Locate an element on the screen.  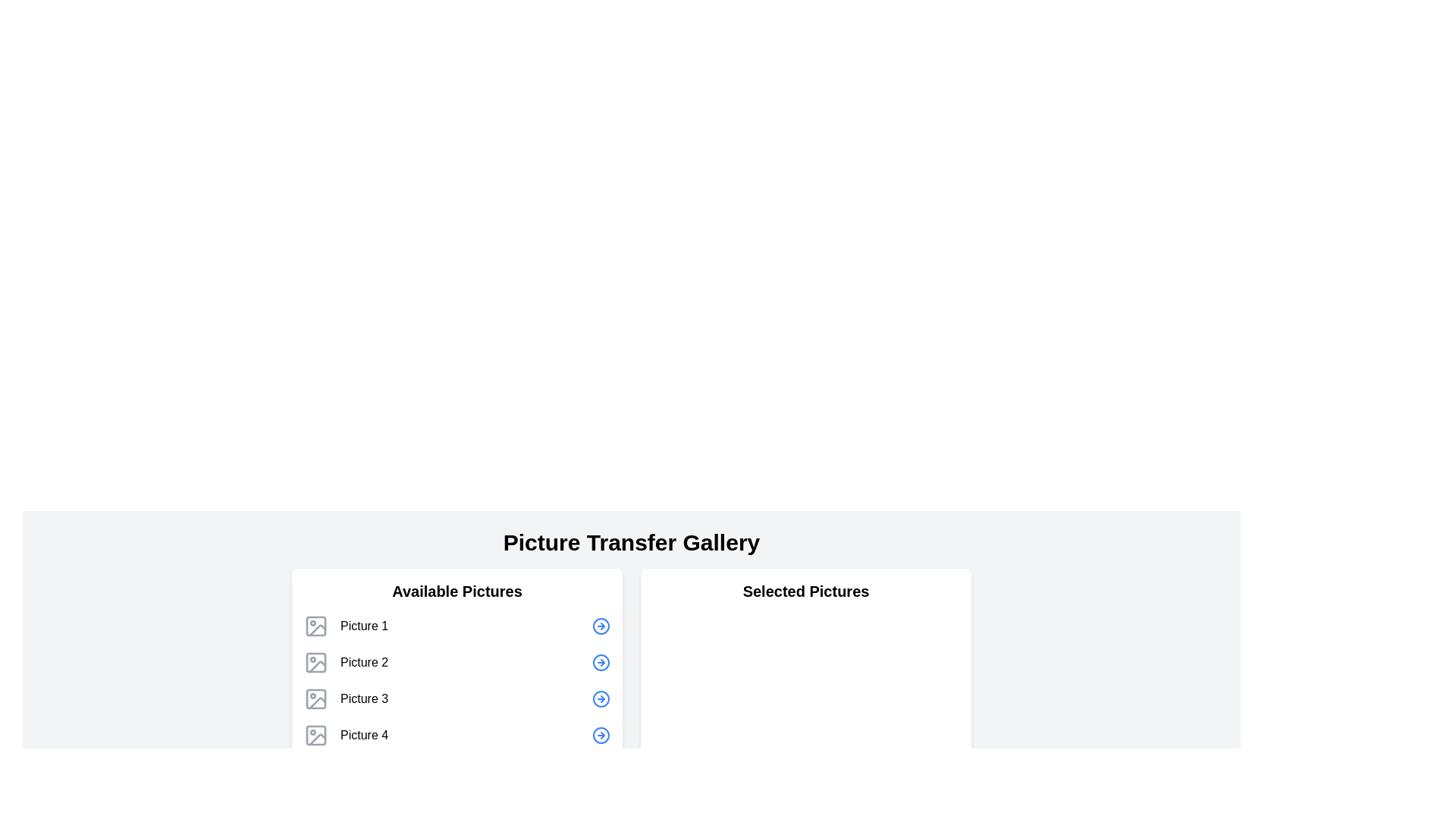
the Combined text and icon element located is located at coordinates (345, 662).